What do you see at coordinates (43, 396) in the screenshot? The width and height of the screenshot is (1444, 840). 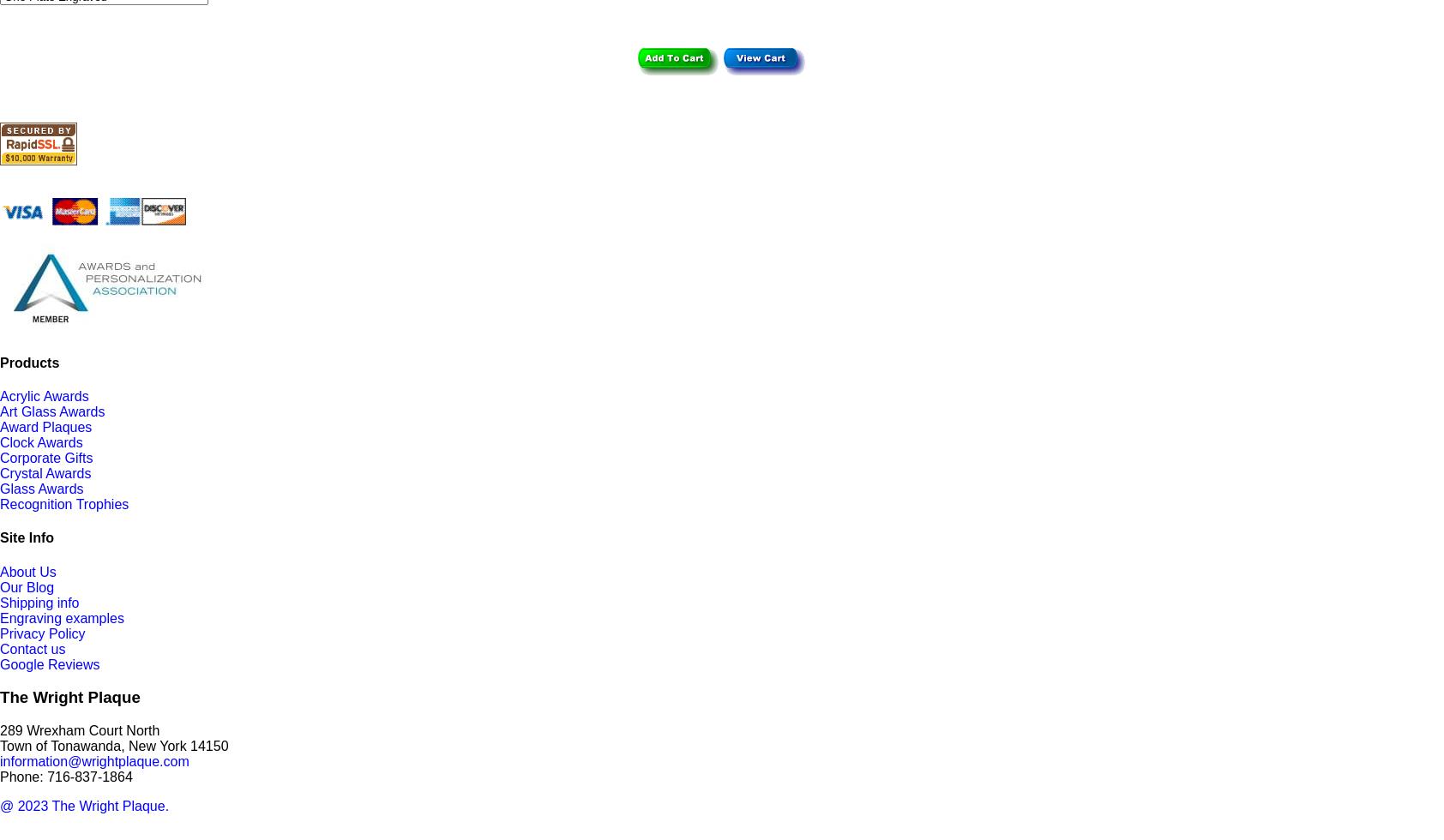 I see `'Acrylic Awards'` at bounding box center [43, 396].